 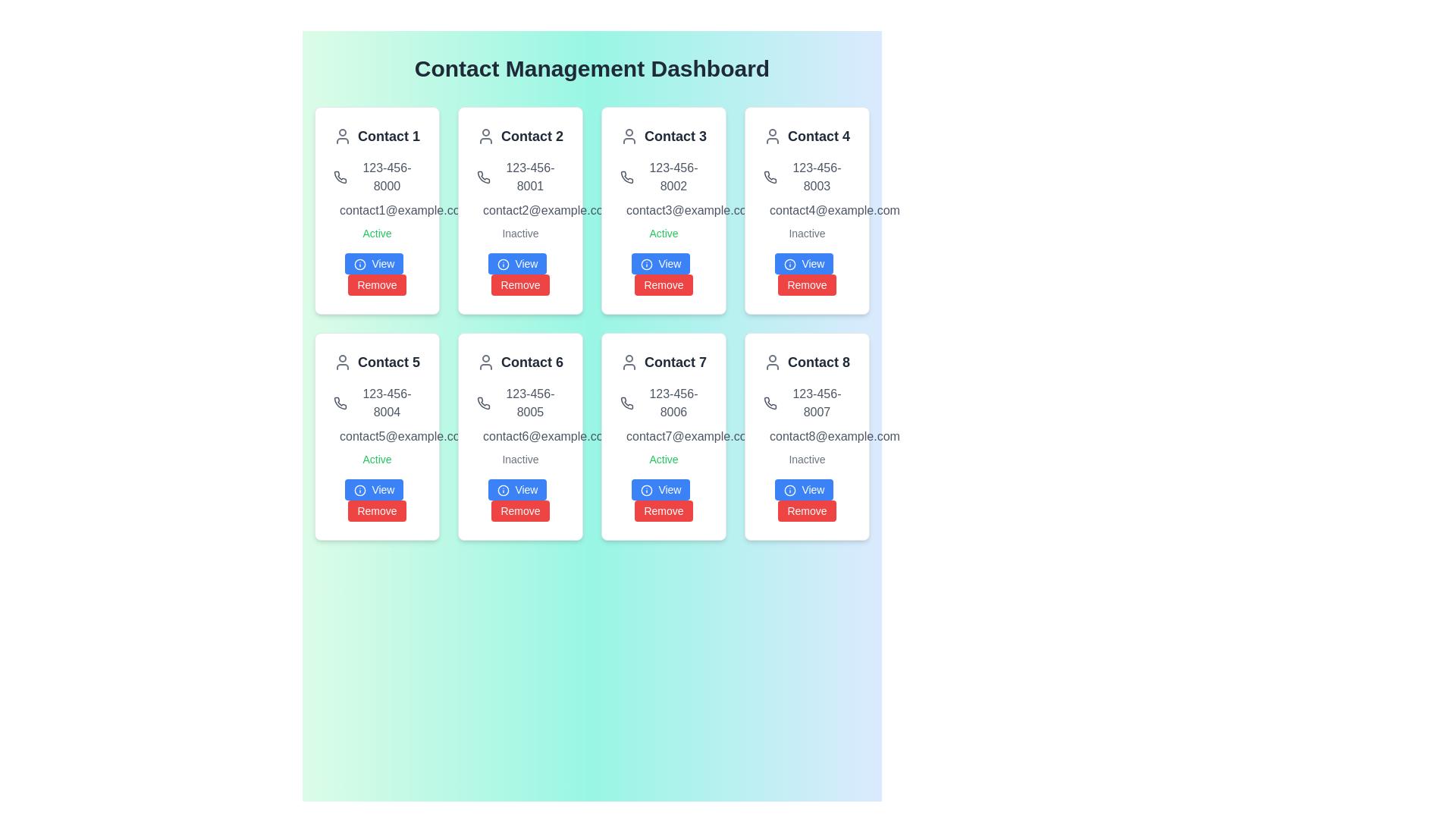 What do you see at coordinates (341, 212) in the screenshot?
I see `the email icon SVG representing the 'Contact 1' card, located at the top left corner of the card, slightly to the left of the email address text` at bounding box center [341, 212].